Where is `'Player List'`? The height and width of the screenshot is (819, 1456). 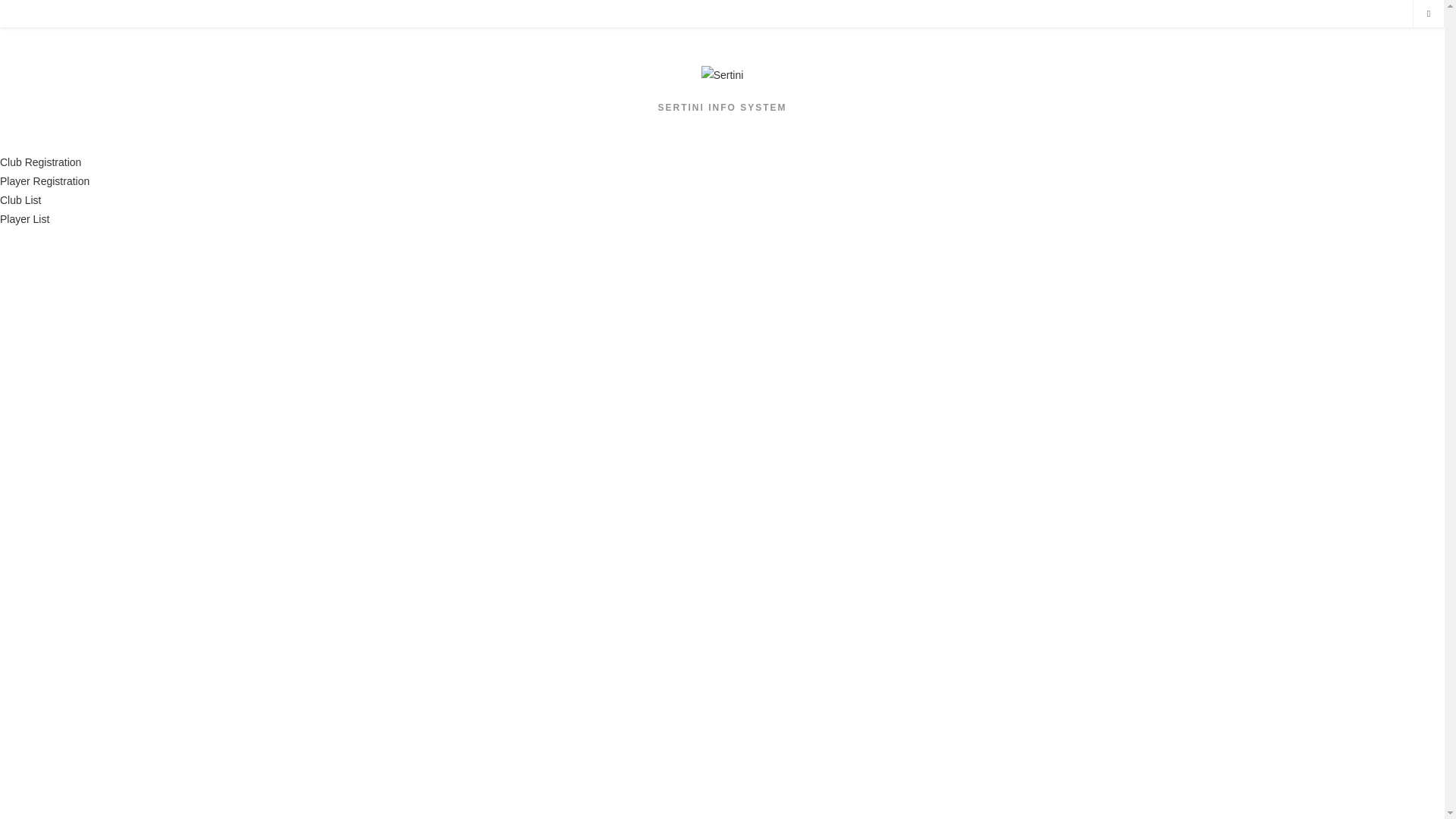
'Player List' is located at coordinates (0, 219).